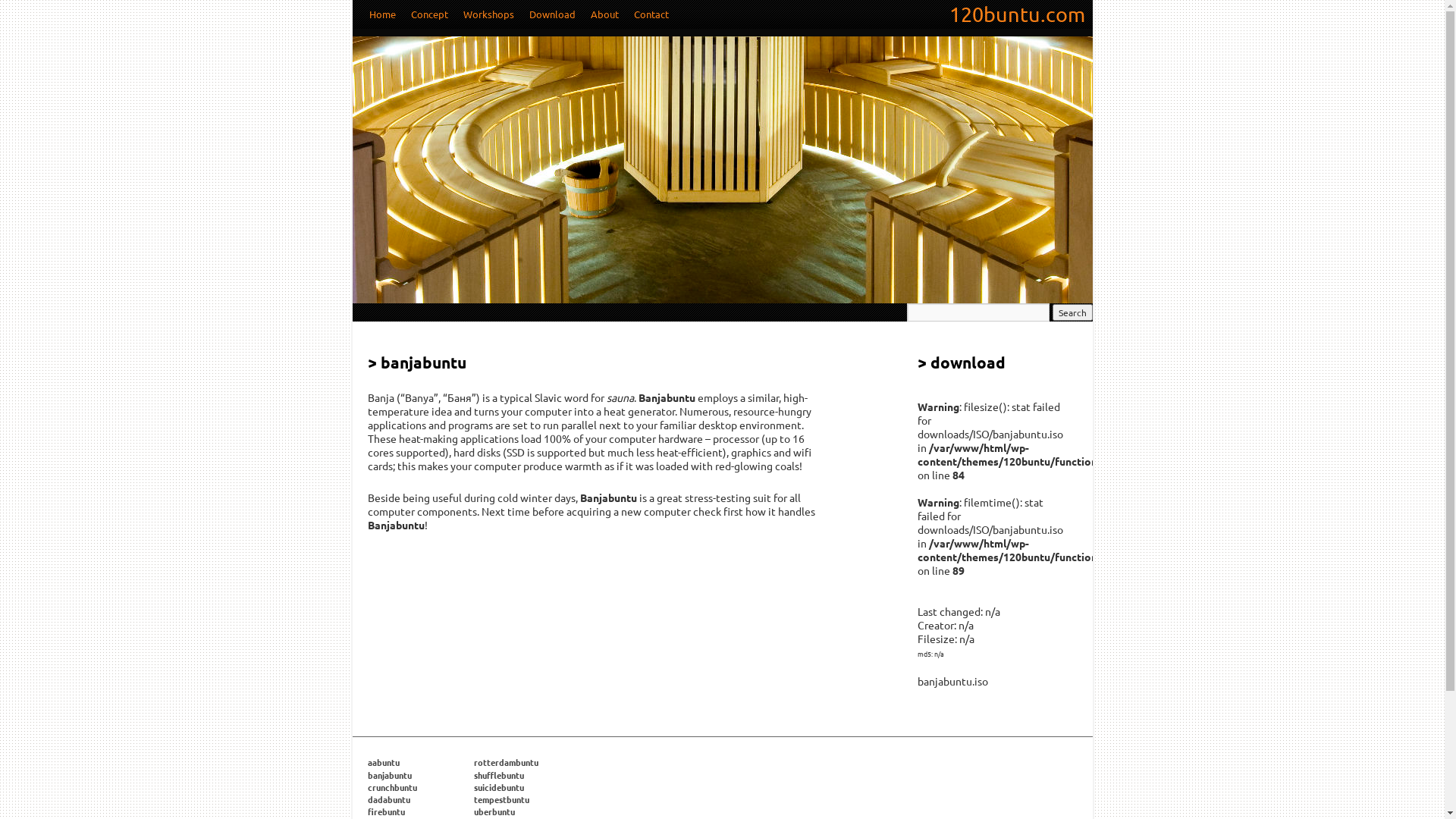  What do you see at coordinates (381, 14) in the screenshot?
I see `'Home'` at bounding box center [381, 14].